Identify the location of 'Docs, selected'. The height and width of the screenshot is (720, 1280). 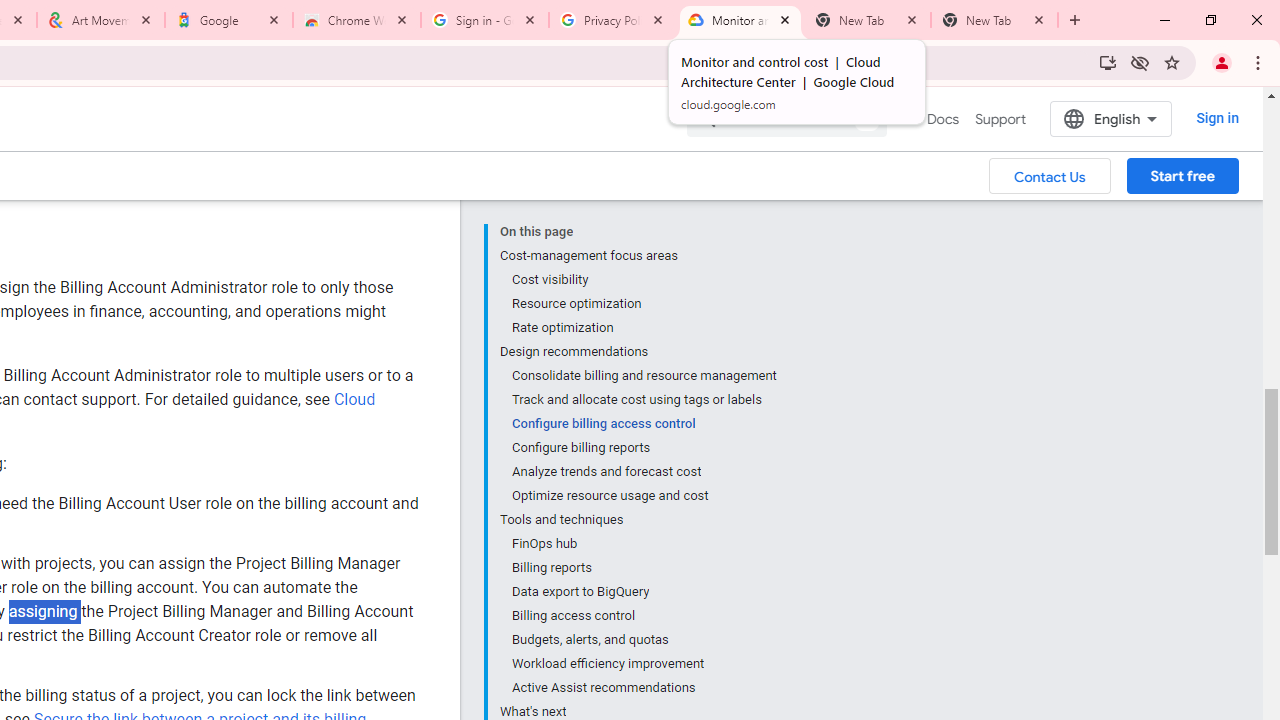
(941, 119).